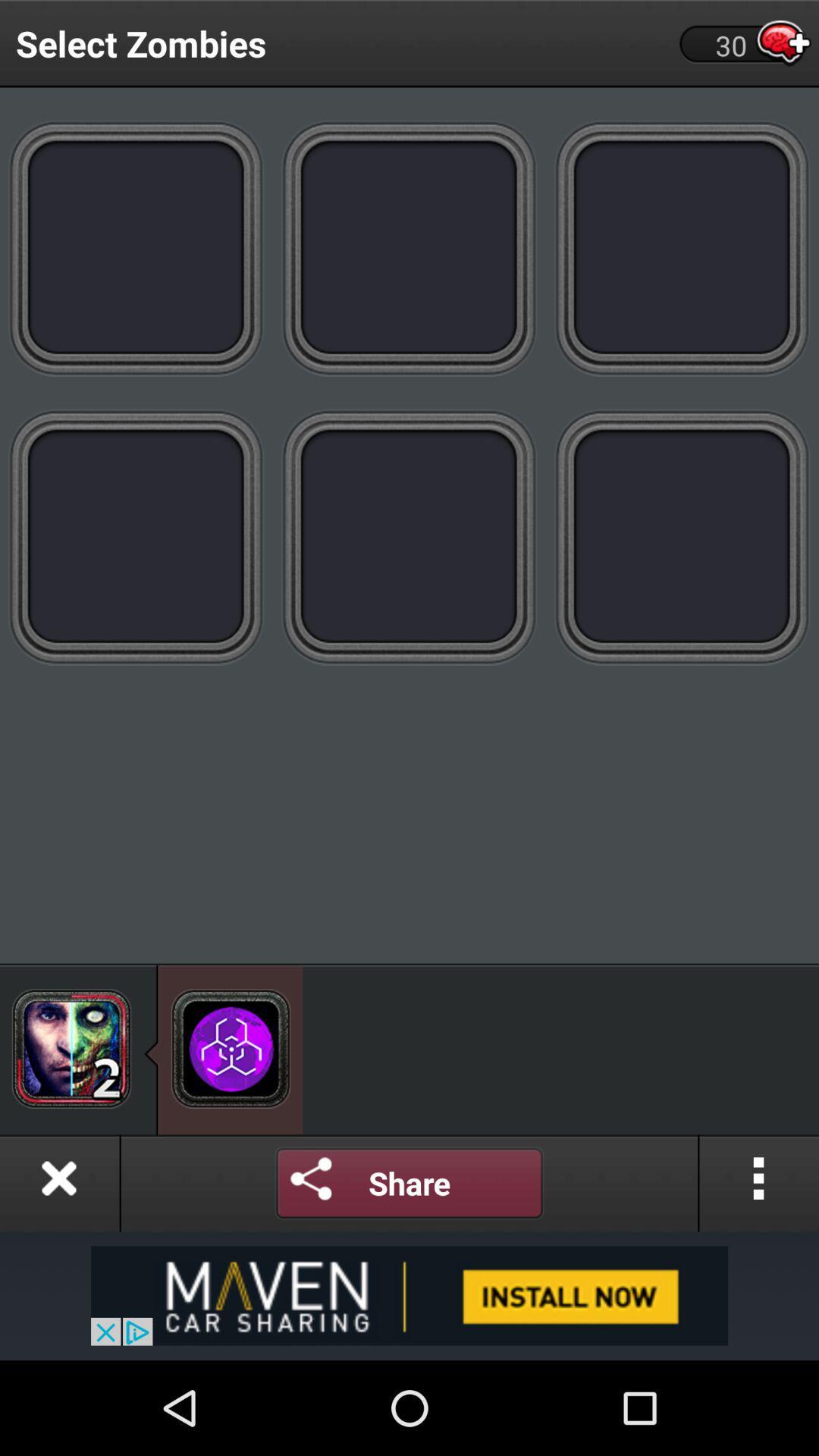  I want to click on space, so click(681, 537).